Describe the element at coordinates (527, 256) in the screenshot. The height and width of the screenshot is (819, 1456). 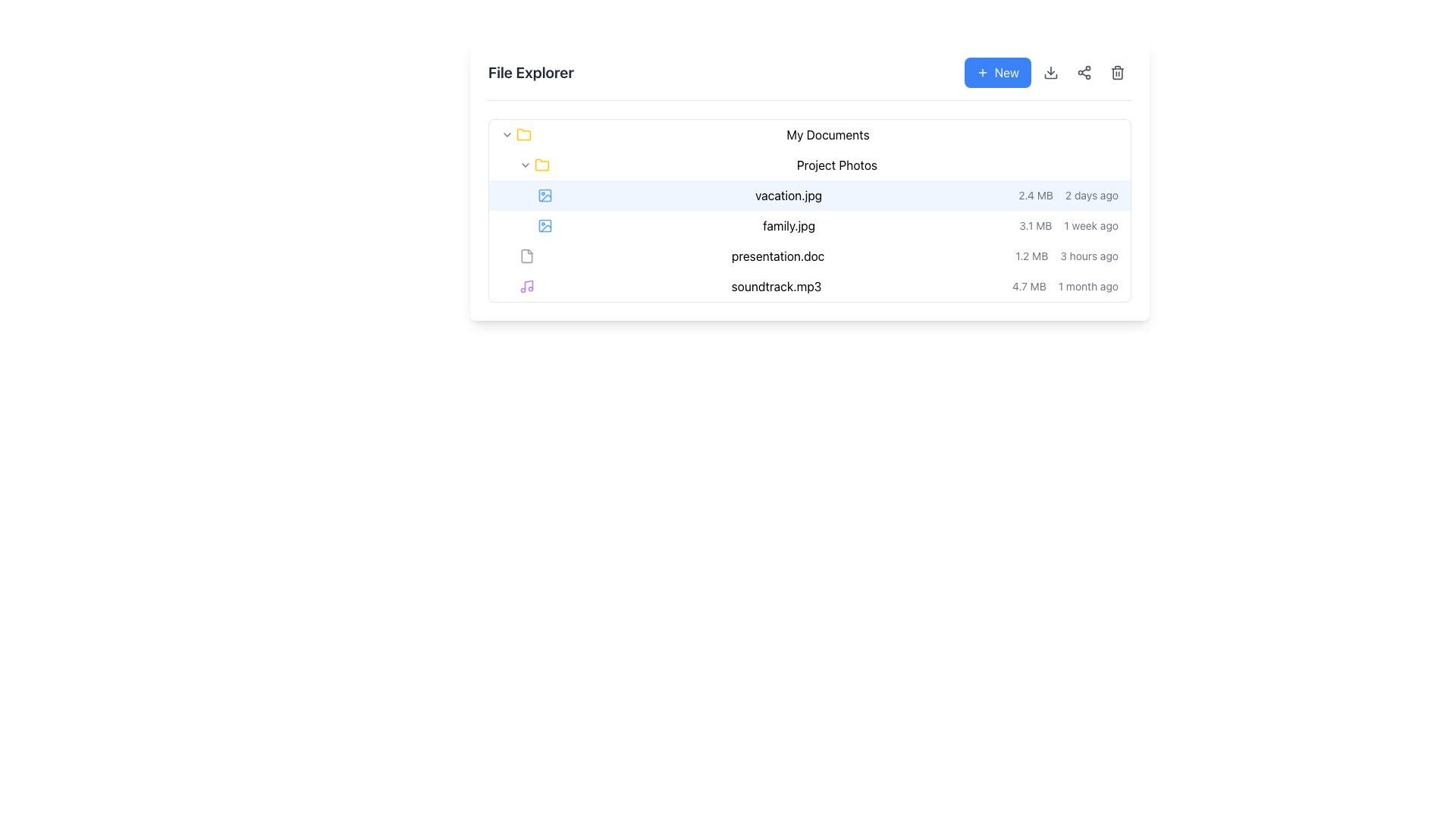
I see `the document icon representing 'presentation.doc'` at that location.